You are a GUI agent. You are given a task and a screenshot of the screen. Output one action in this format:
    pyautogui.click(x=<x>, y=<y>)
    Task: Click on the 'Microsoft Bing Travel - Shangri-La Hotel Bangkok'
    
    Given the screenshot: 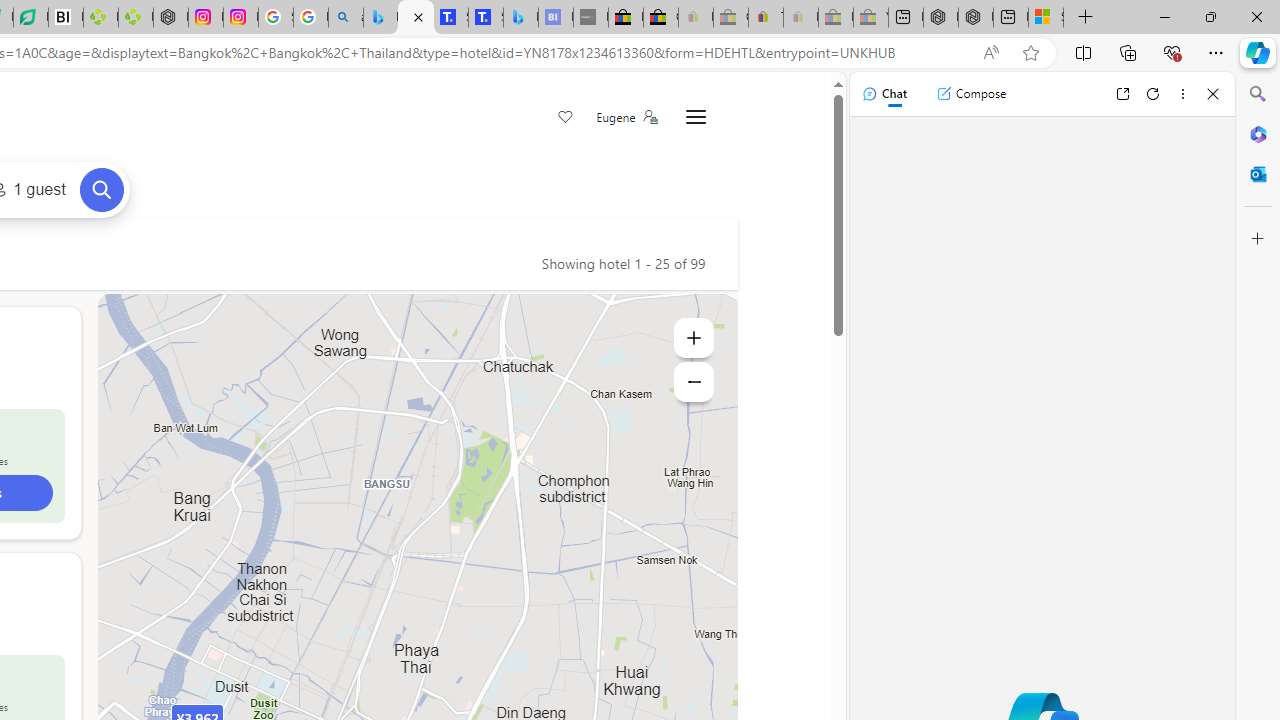 What is the action you would take?
    pyautogui.click(x=520, y=17)
    